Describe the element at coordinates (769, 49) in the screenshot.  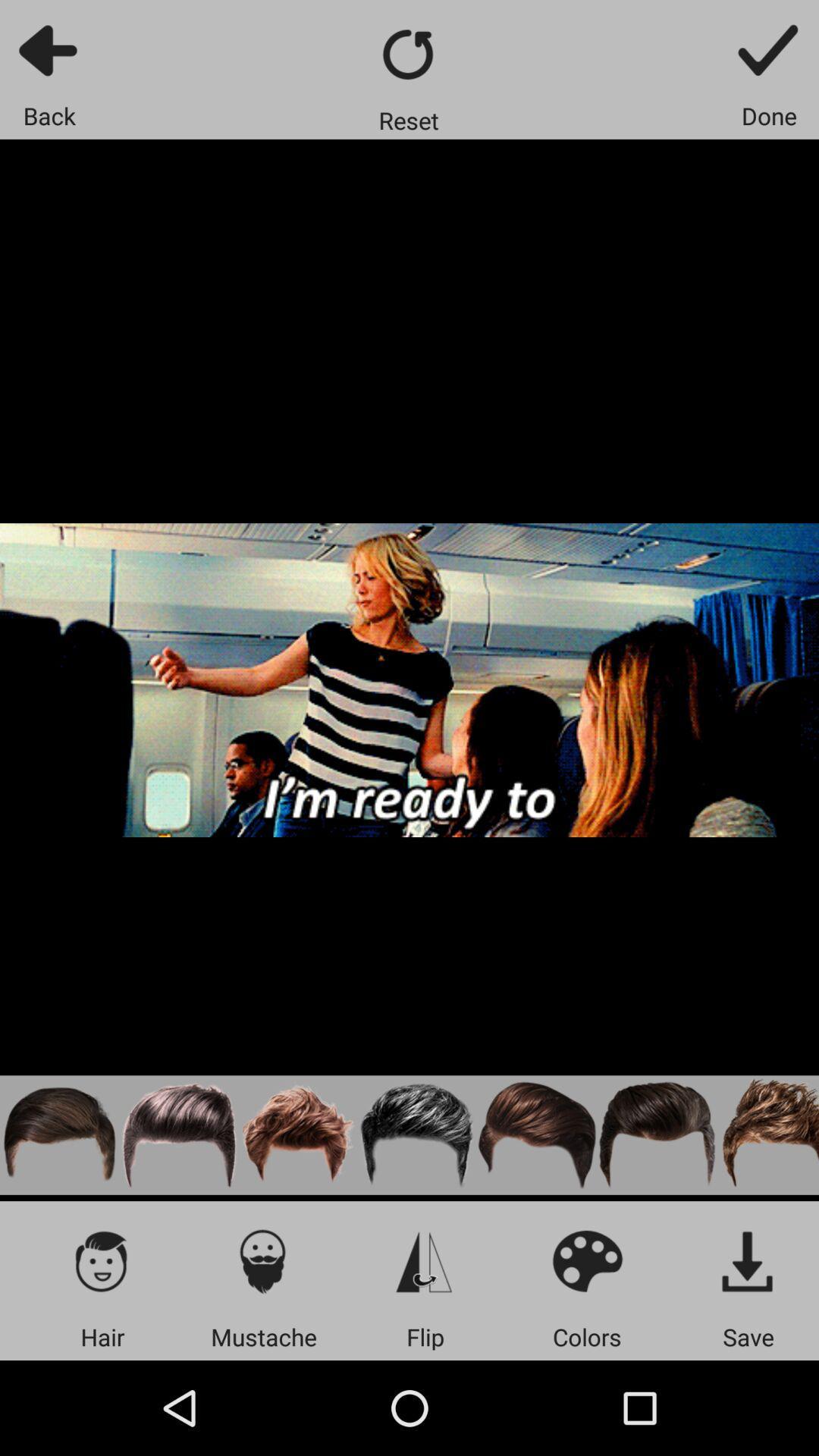
I see `confirm button to finish changes` at that location.